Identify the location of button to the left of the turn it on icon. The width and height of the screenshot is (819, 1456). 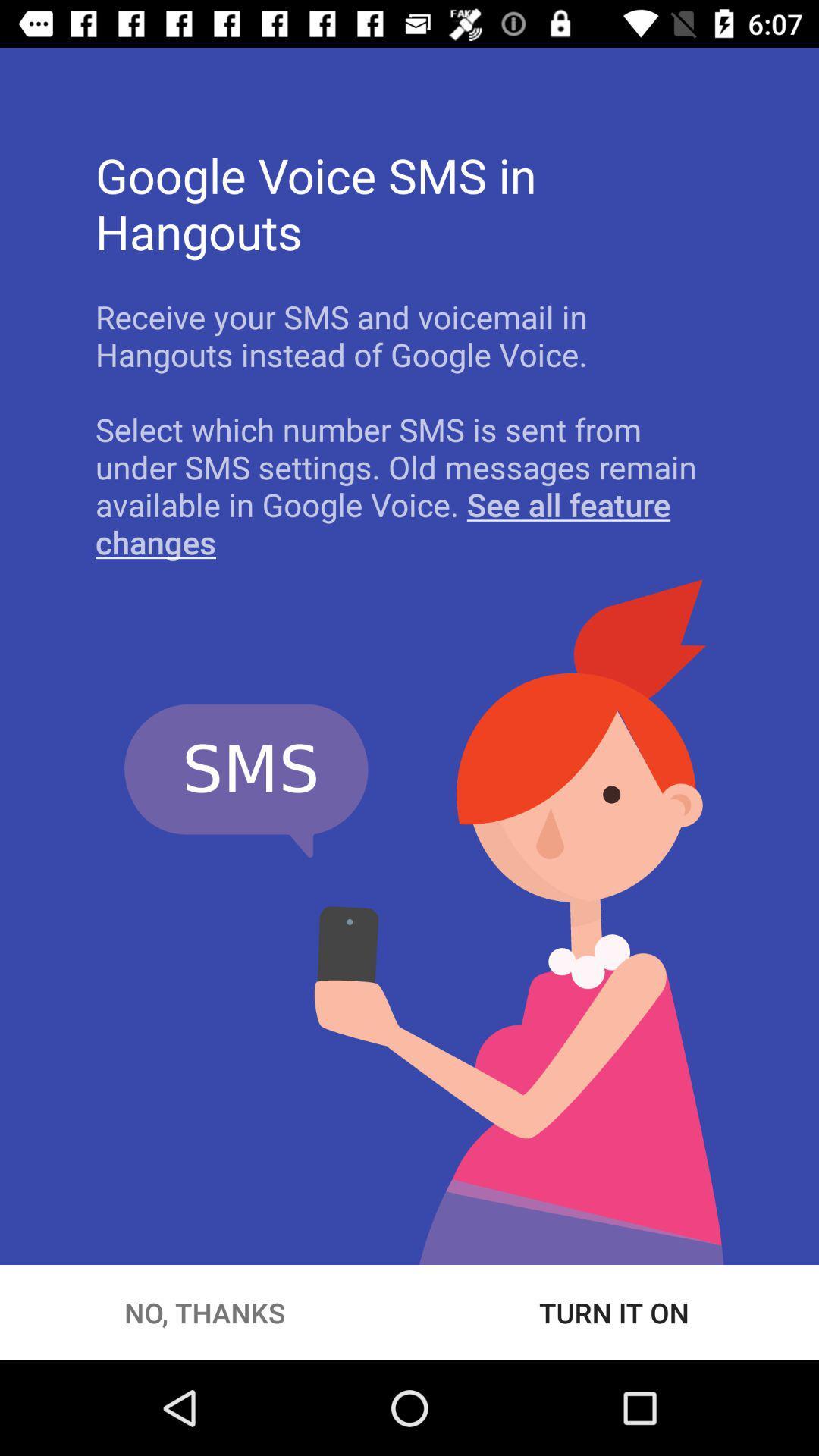
(205, 1312).